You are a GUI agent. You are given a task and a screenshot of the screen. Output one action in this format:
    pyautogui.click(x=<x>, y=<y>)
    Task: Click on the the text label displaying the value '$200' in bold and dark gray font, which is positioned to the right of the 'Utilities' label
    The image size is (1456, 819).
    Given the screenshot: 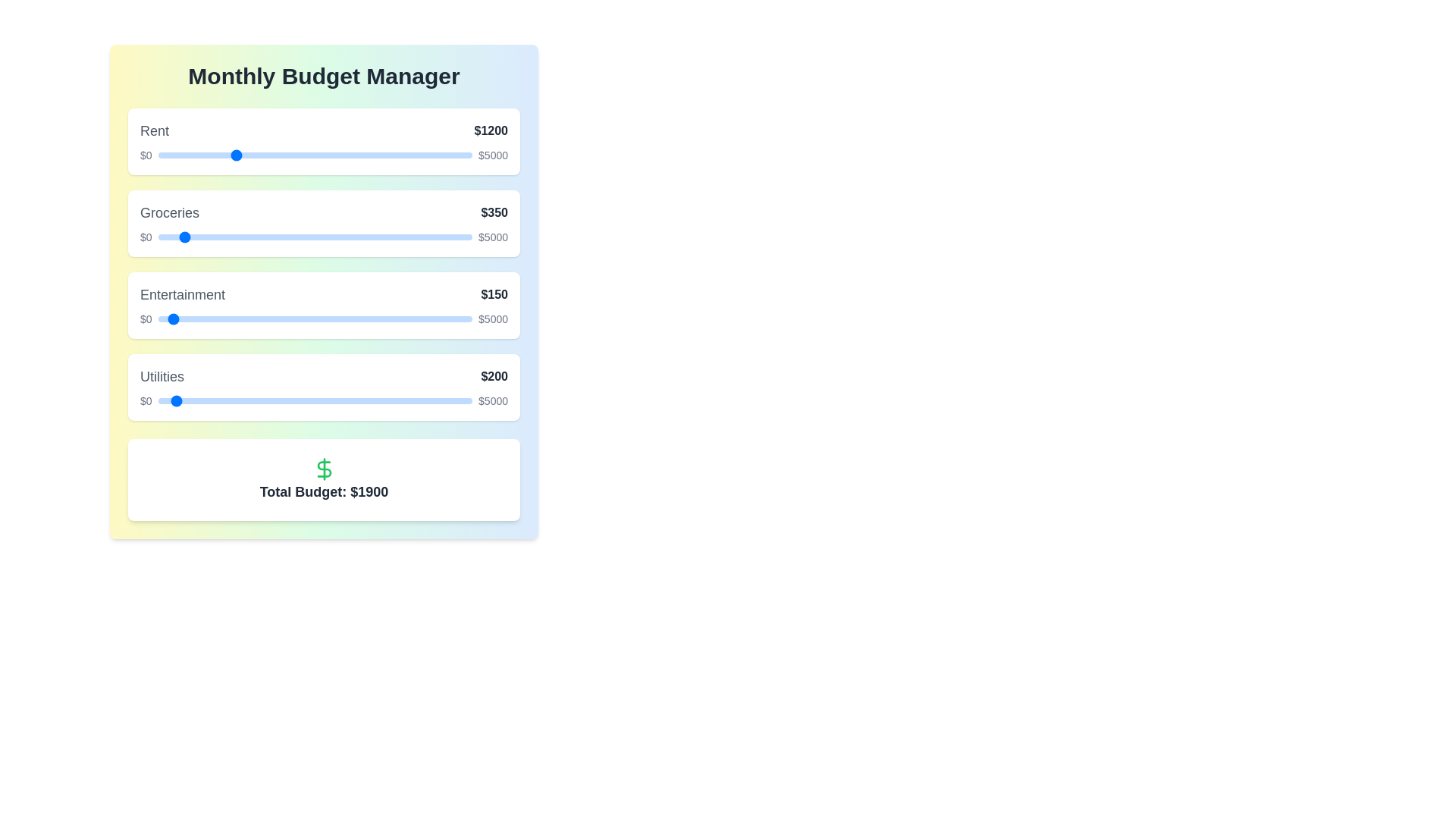 What is the action you would take?
    pyautogui.click(x=494, y=376)
    